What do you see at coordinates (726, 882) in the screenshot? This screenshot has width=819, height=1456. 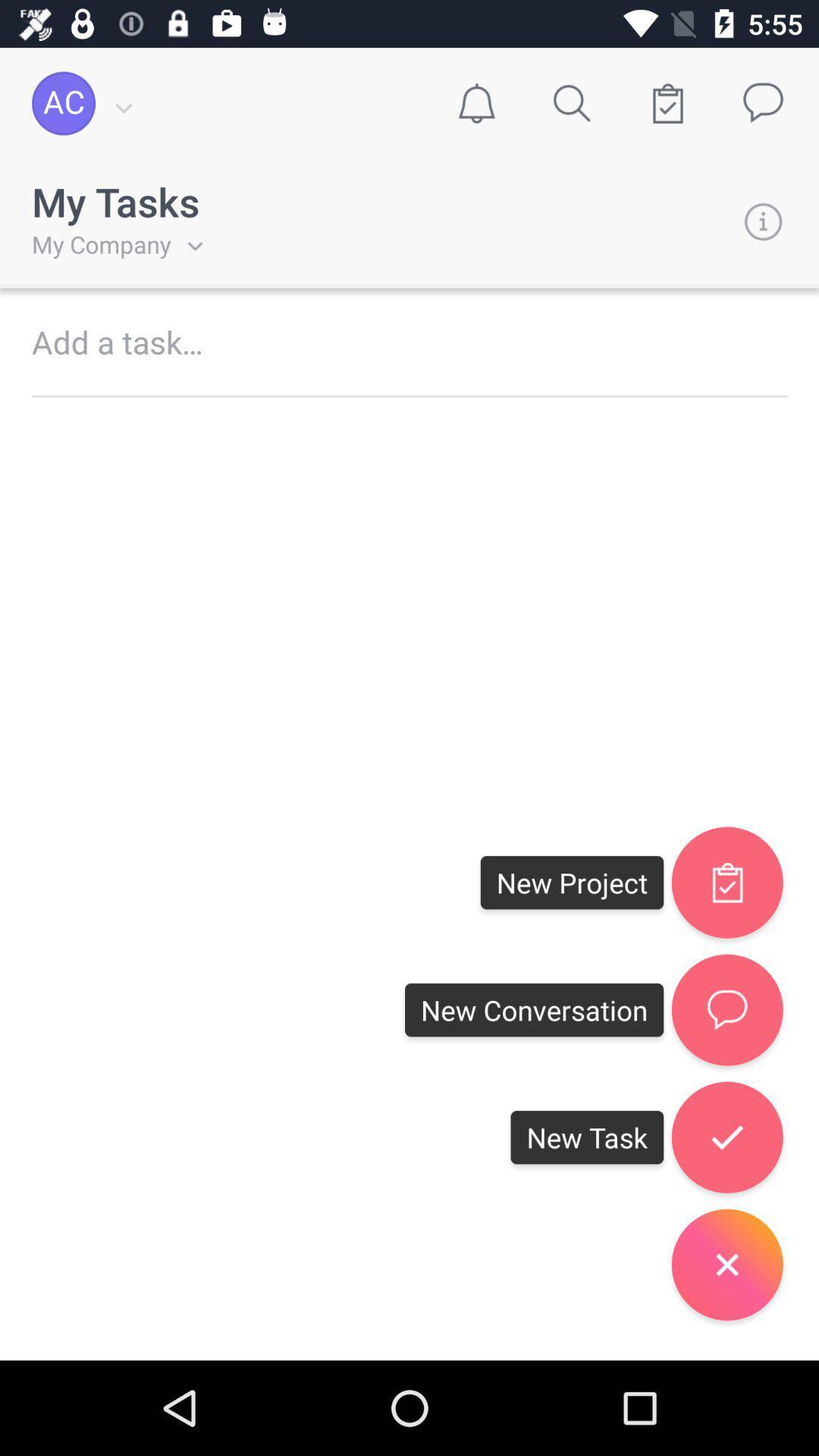 I see `the check icon` at bounding box center [726, 882].